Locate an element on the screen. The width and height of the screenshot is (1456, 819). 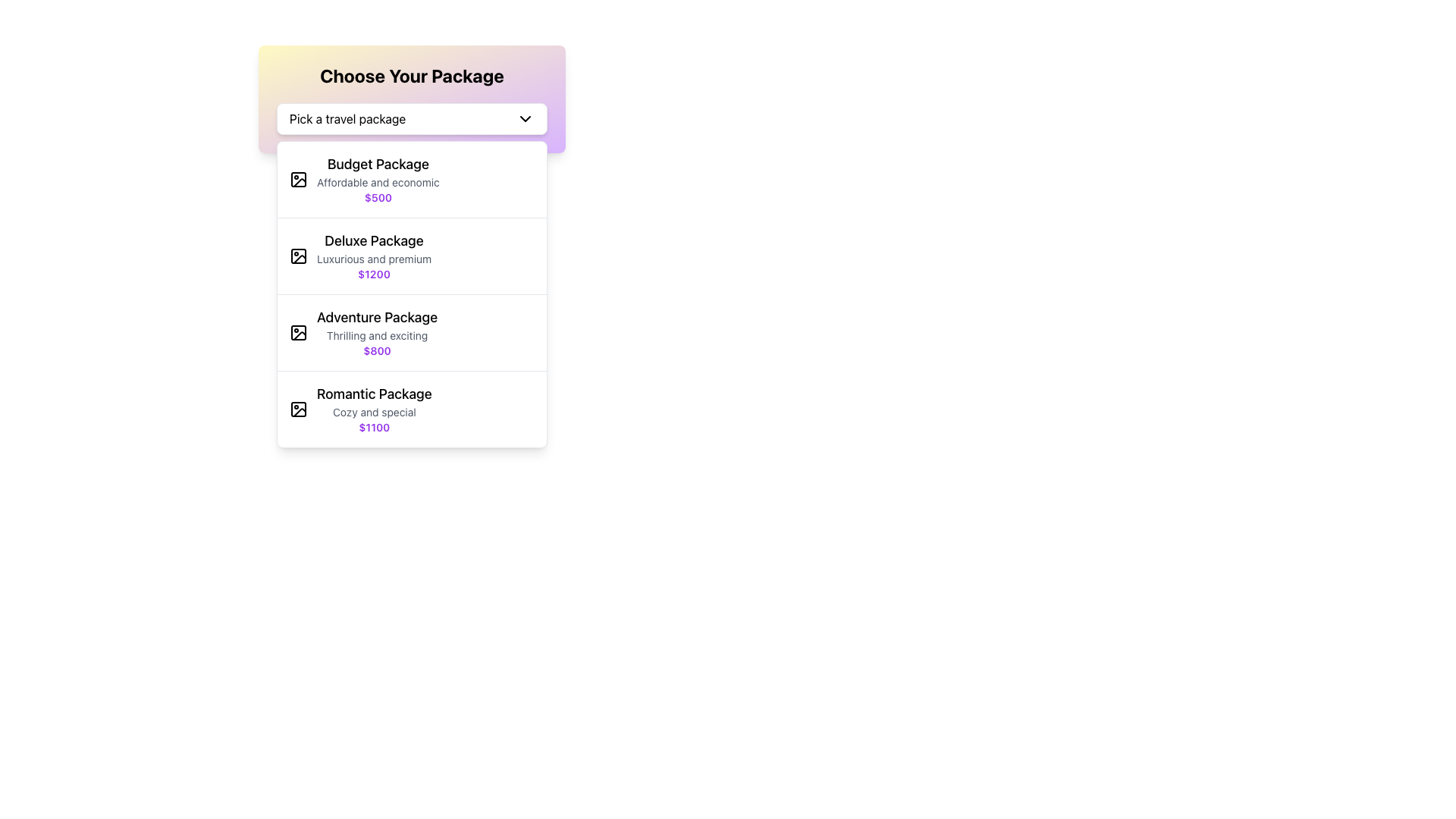
the Descriptive Text for the 'Budget Package' is located at coordinates (378, 181).